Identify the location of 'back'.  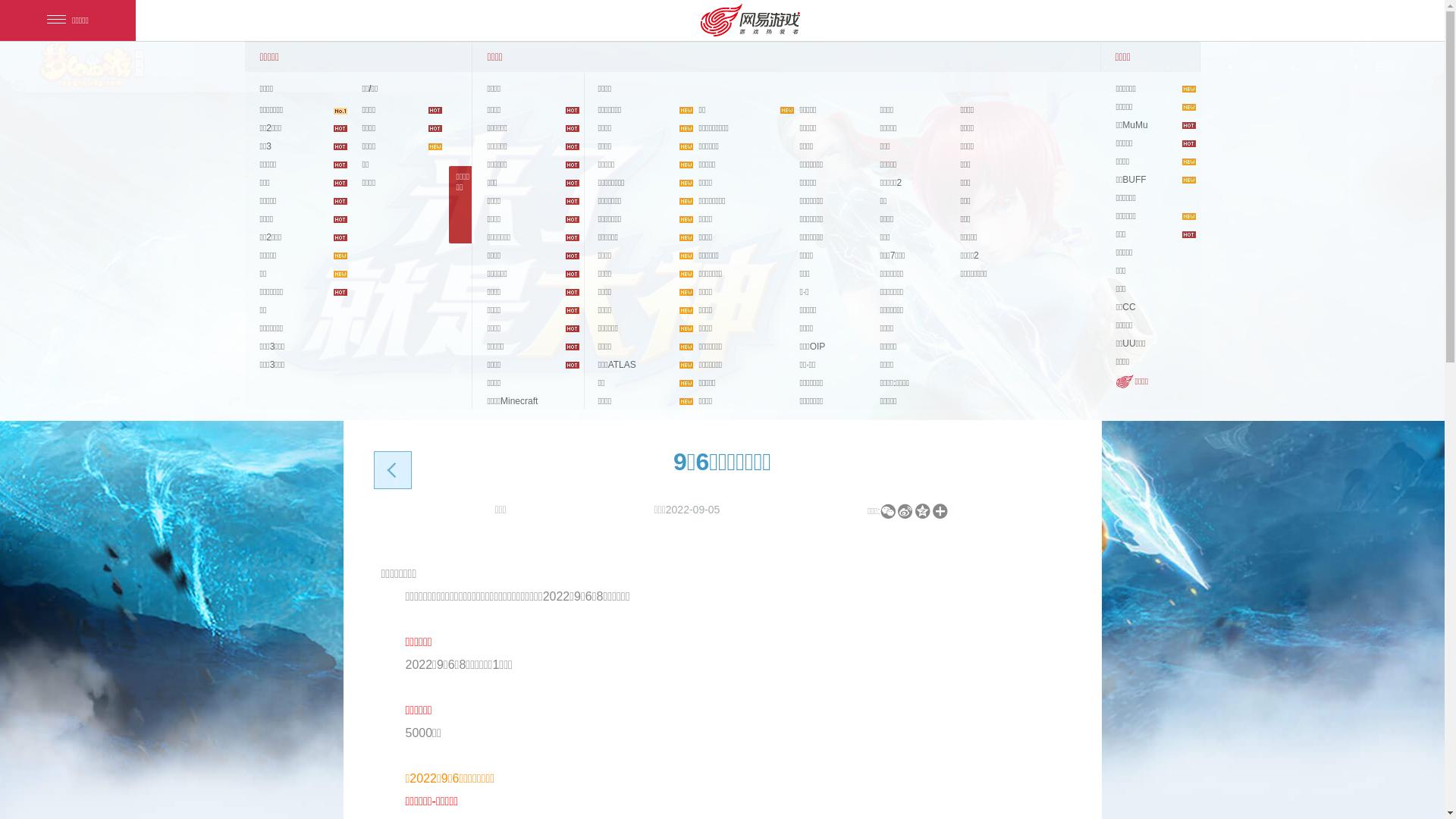
(394, 472).